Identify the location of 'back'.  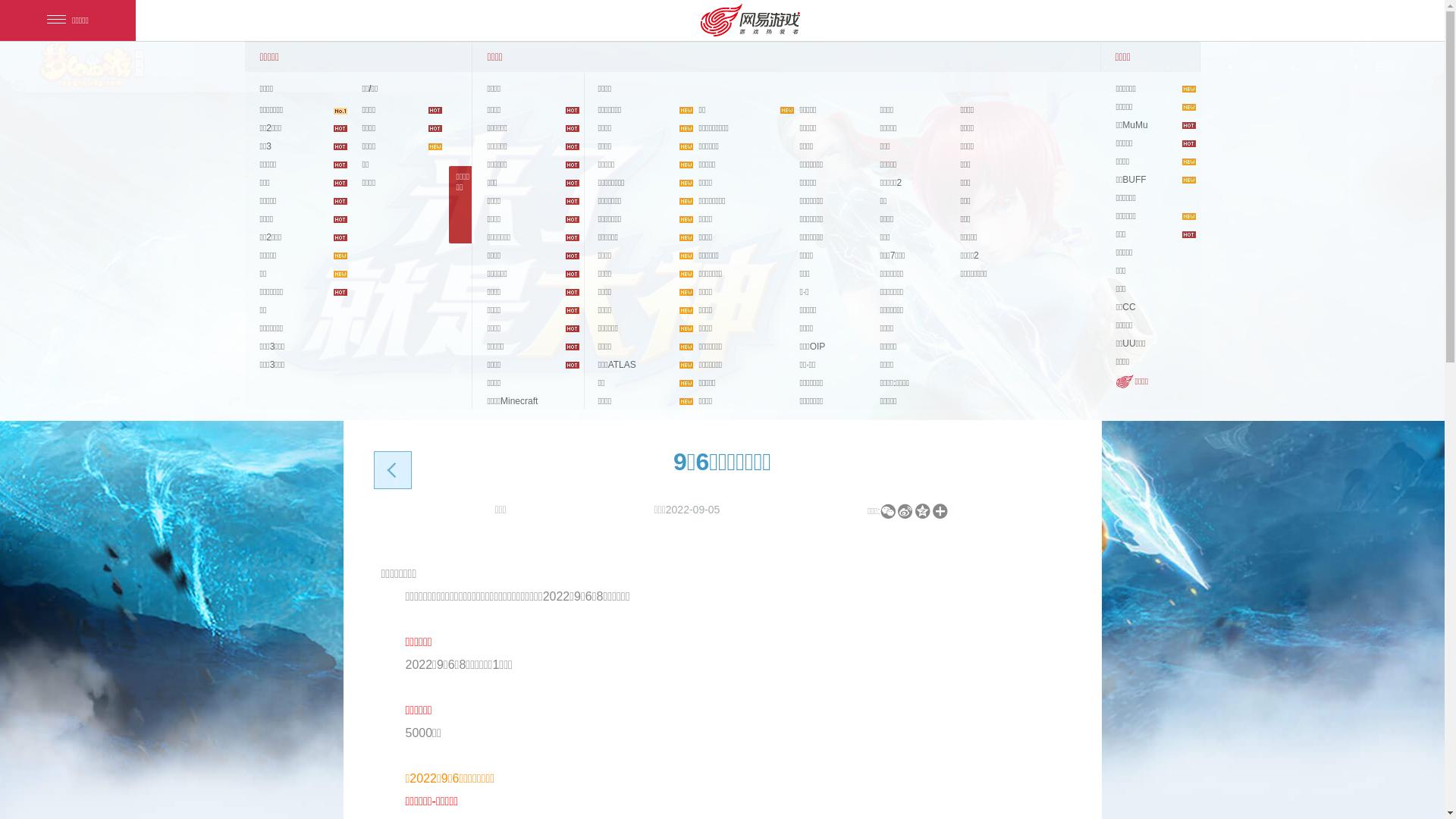
(394, 472).